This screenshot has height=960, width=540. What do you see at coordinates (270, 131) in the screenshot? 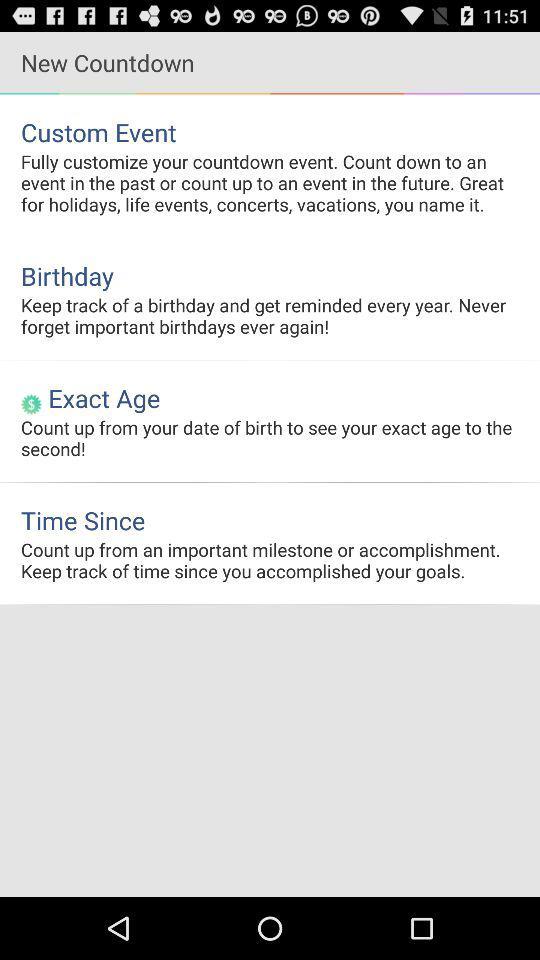
I see `app above fully customize your icon` at bounding box center [270, 131].